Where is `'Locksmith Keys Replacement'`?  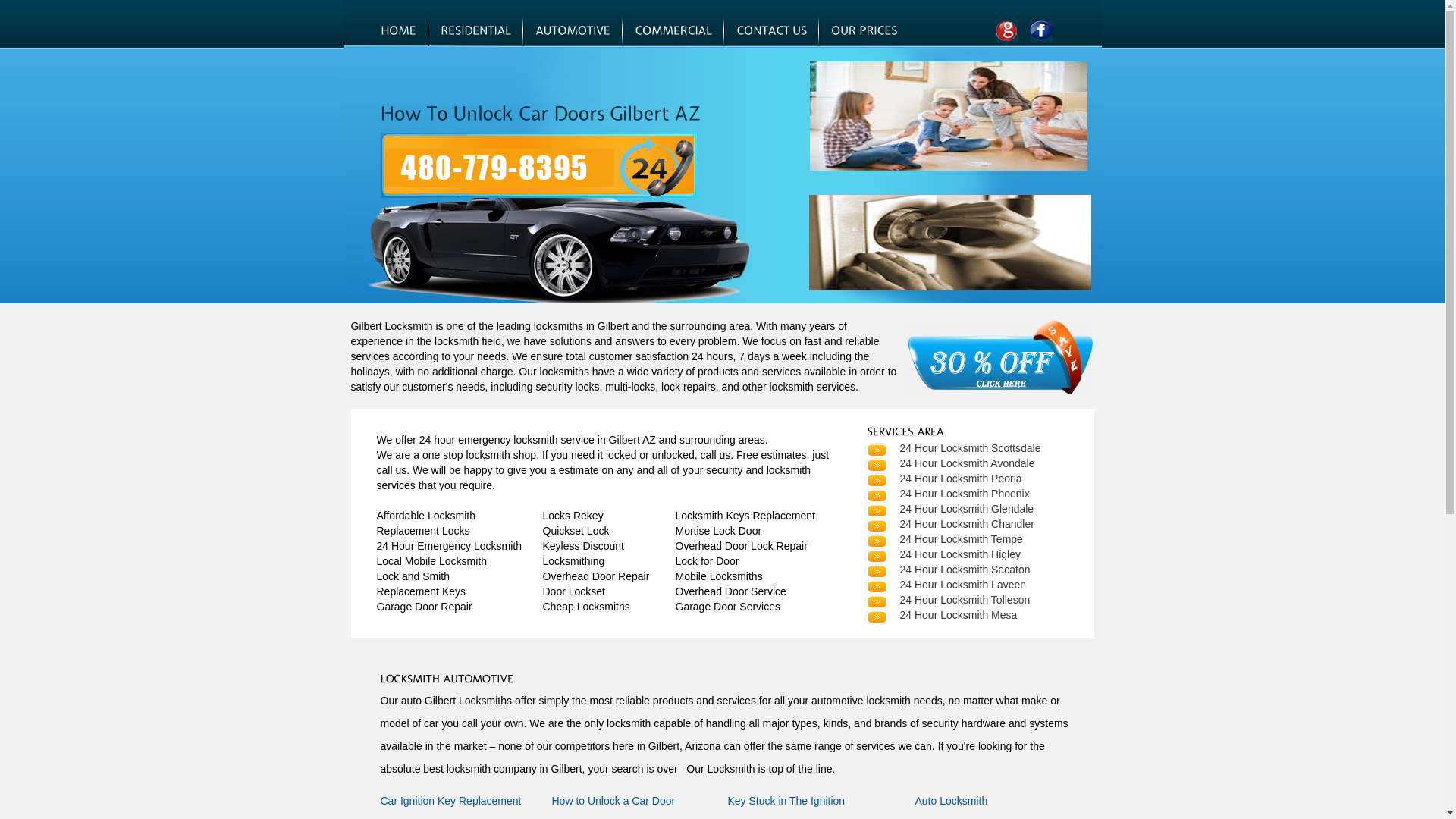
'Locksmith Keys Replacement' is located at coordinates (673, 514).